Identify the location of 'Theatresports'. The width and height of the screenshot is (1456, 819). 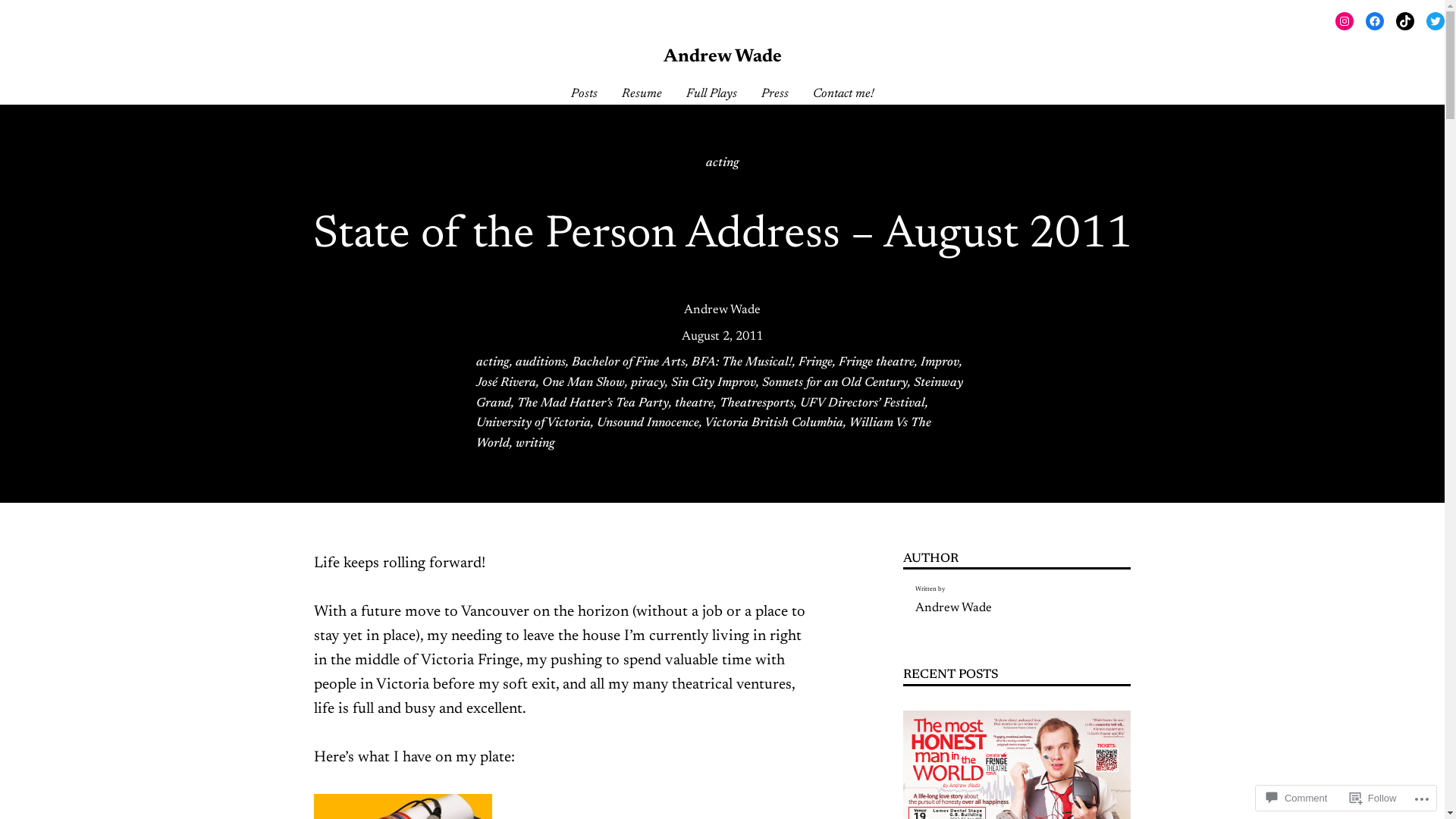
(756, 403).